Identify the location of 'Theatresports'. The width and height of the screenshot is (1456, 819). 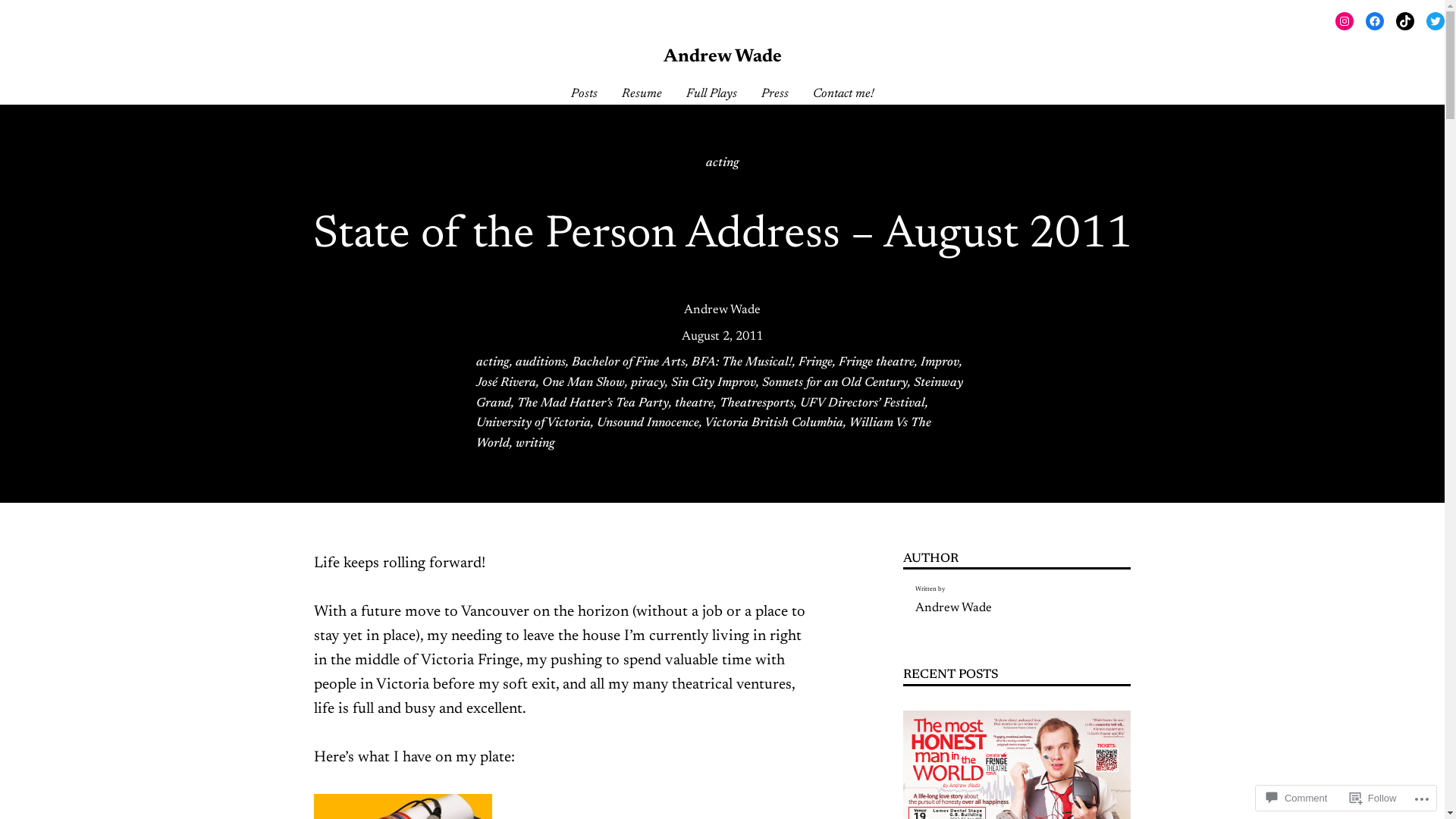
(756, 403).